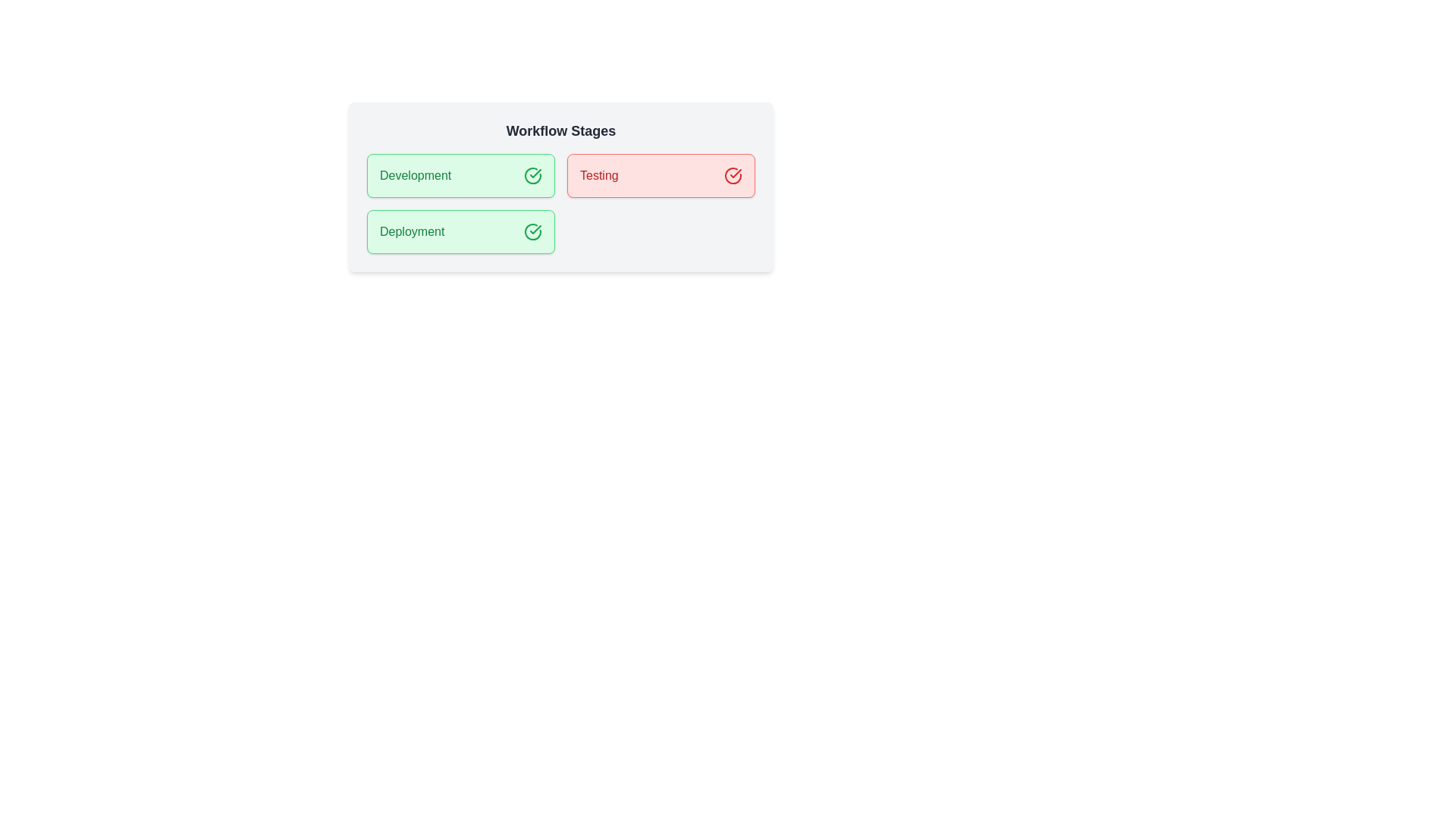 Image resolution: width=1456 pixels, height=819 pixels. What do you see at coordinates (661, 174) in the screenshot?
I see `the second status indicator labeled 'Testing' in the middle row, which is positioned between 'Development' and 'Deployment' boxes` at bounding box center [661, 174].